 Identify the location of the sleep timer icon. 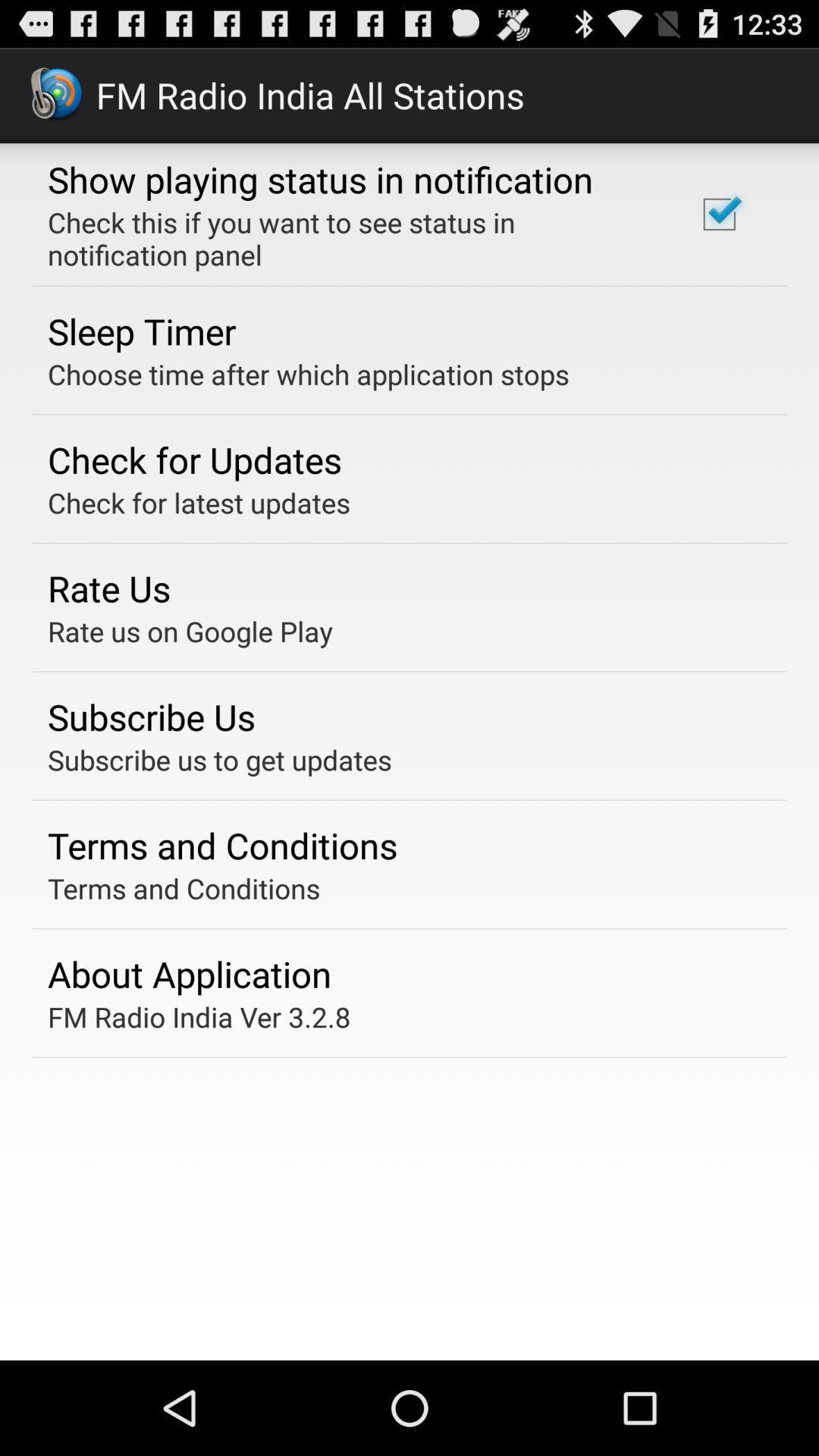
(142, 330).